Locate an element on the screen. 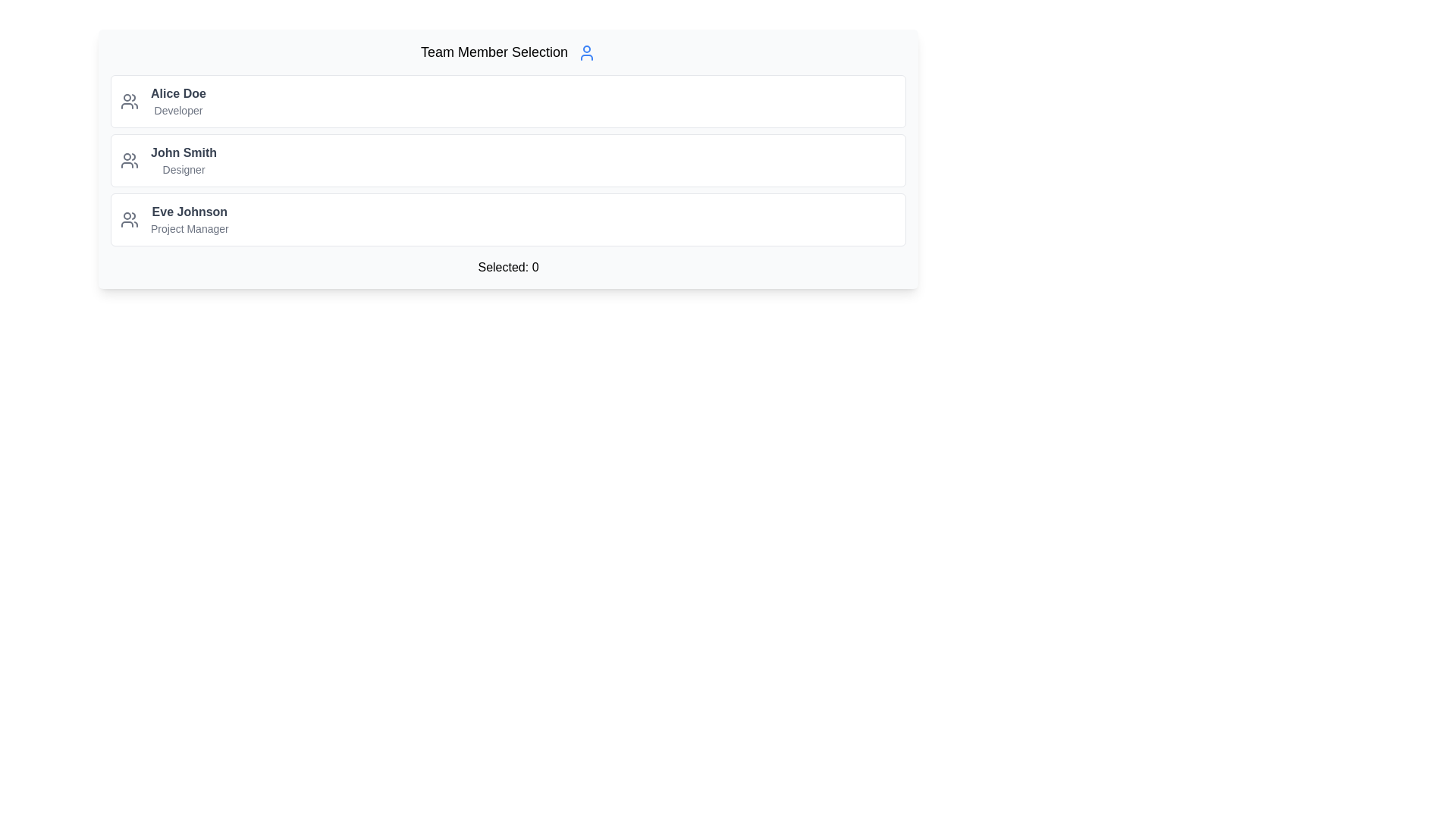  the text-based informational display showing 'John Smith' and 'Designer', which is located in the middle of a vertical list of cards is located at coordinates (183, 161).